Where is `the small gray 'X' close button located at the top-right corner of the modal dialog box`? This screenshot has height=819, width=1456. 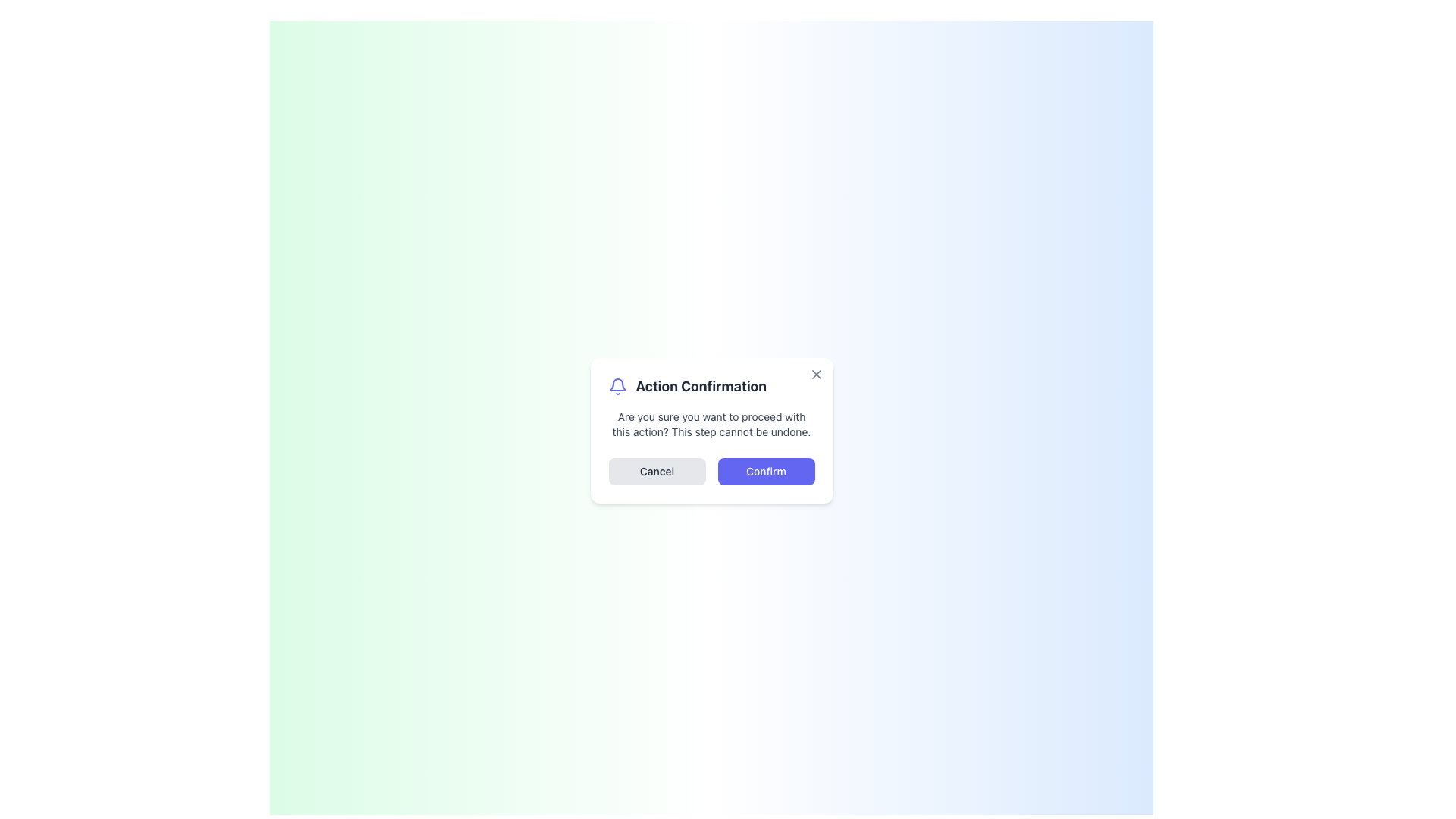 the small gray 'X' close button located at the top-right corner of the modal dialog box is located at coordinates (815, 374).